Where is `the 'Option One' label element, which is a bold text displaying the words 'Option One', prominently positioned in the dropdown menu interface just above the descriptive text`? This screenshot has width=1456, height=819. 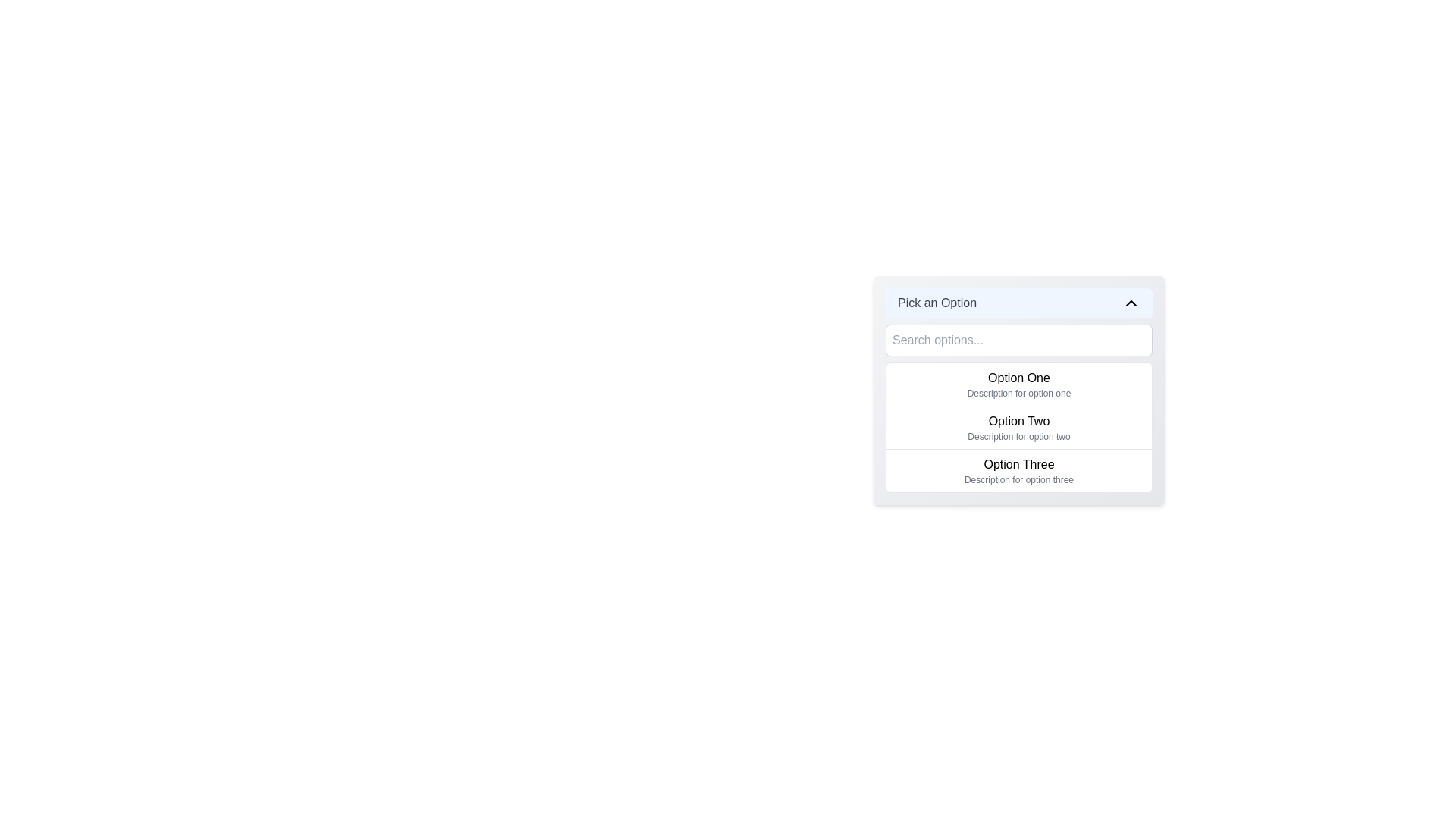 the 'Option One' label element, which is a bold text displaying the words 'Option One', prominently positioned in the dropdown menu interface just above the descriptive text is located at coordinates (1019, 377).